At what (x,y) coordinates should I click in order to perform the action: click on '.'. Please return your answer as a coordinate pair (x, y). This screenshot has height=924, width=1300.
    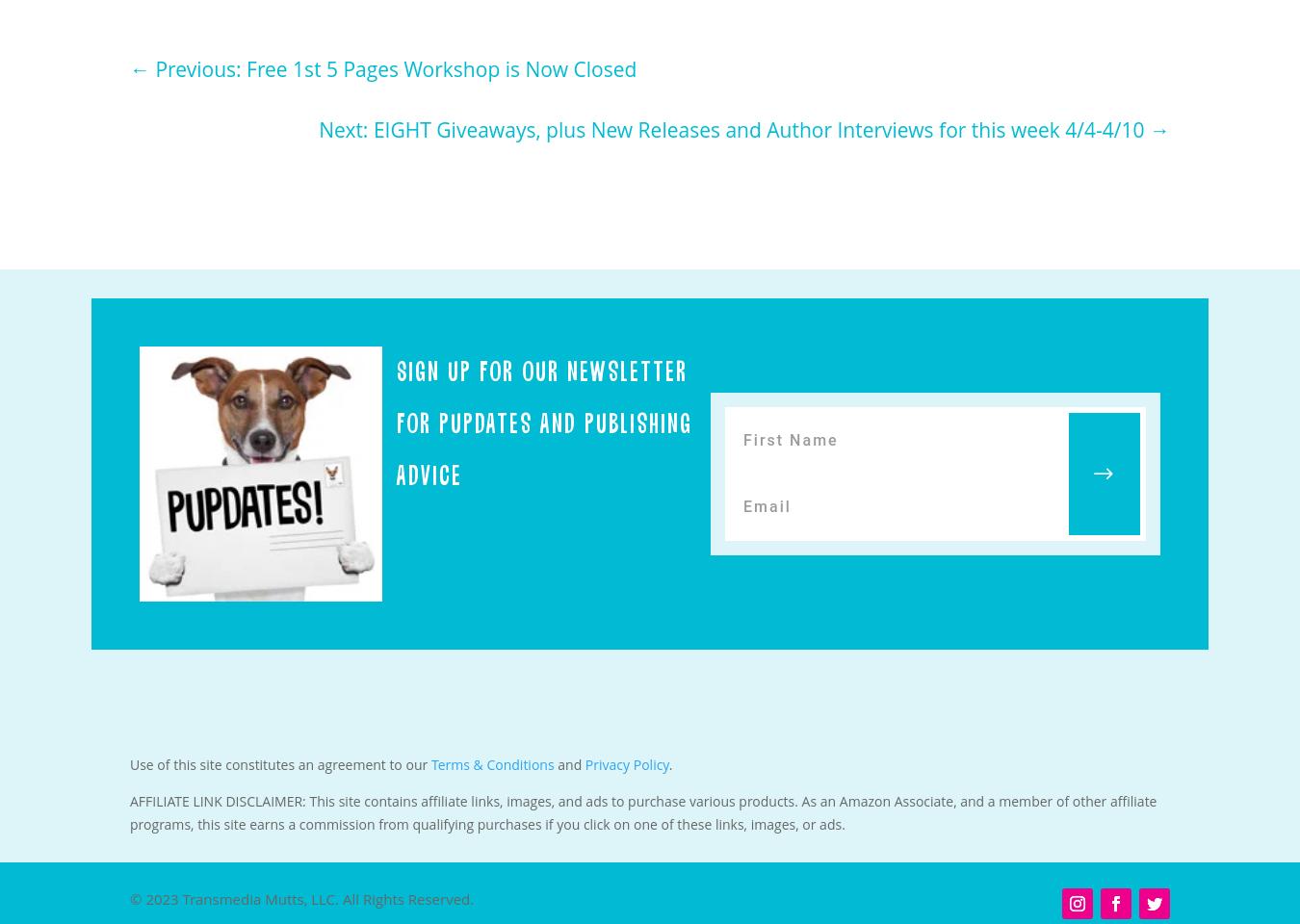
    Looking at the image, I should click on (669, 764).